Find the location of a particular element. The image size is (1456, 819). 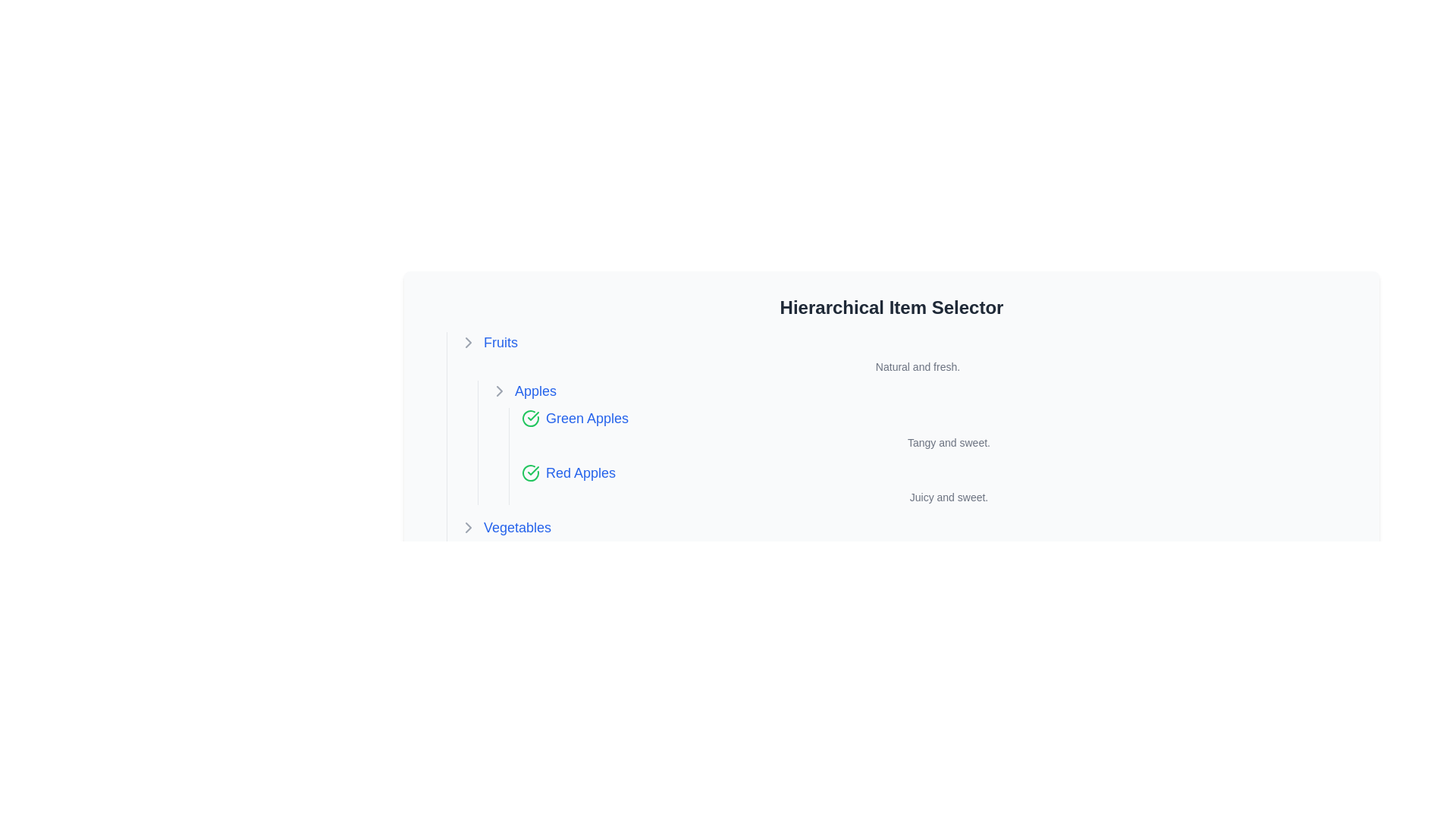

the right-pointing chevron icon within the 'Vegetables' item in the hierarchical navigation menu is located at coordinates (468, 526).